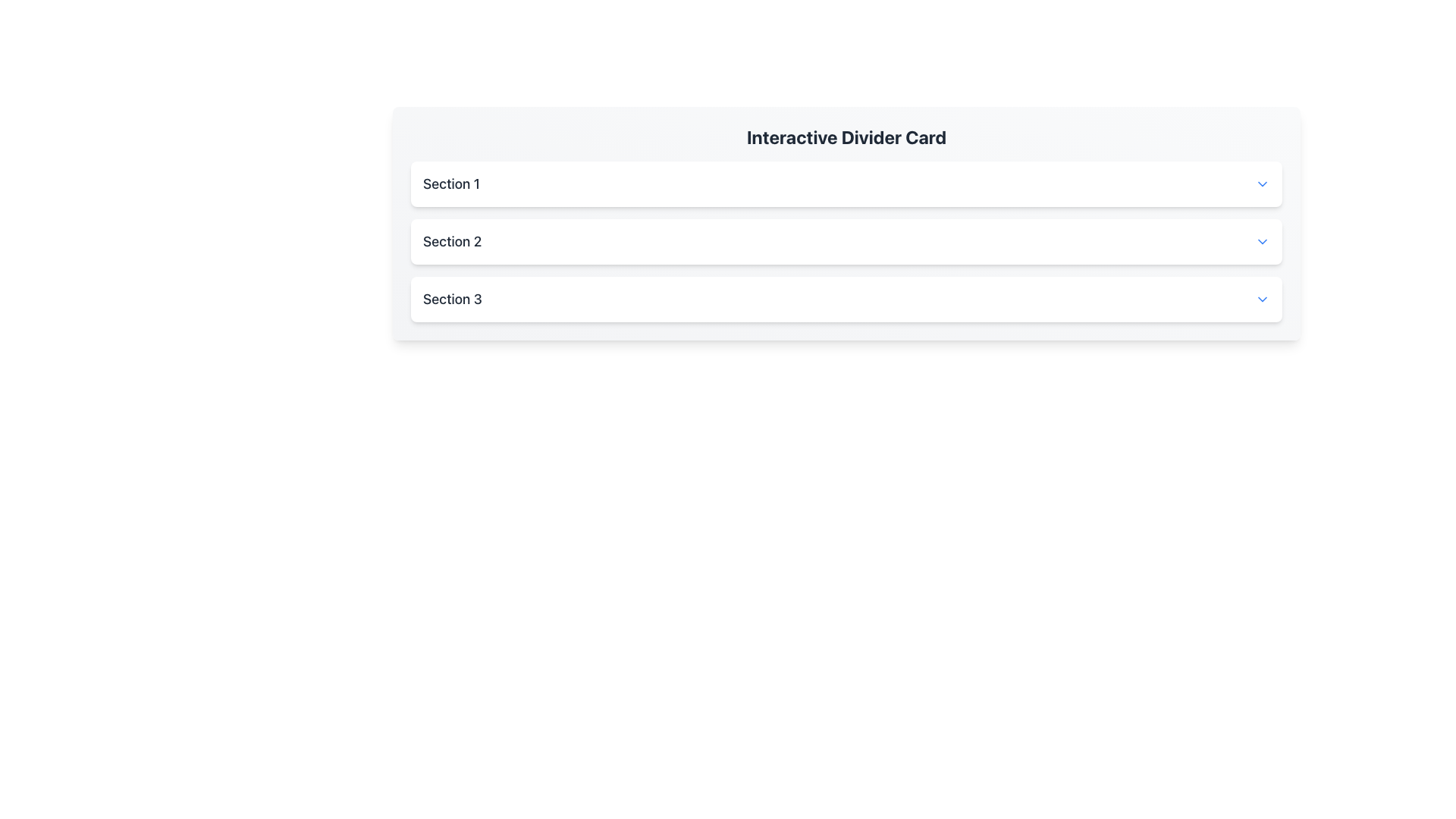 The height and width of the screenshot is (819, 1456). What do you see at coordinates (1263, 299) in the screenshot?
I see `the downward-facing blue chevron icon located at the far-right end of the 'Section 3' row to possibly reveal additional information` at bounding box center [1263, 299].